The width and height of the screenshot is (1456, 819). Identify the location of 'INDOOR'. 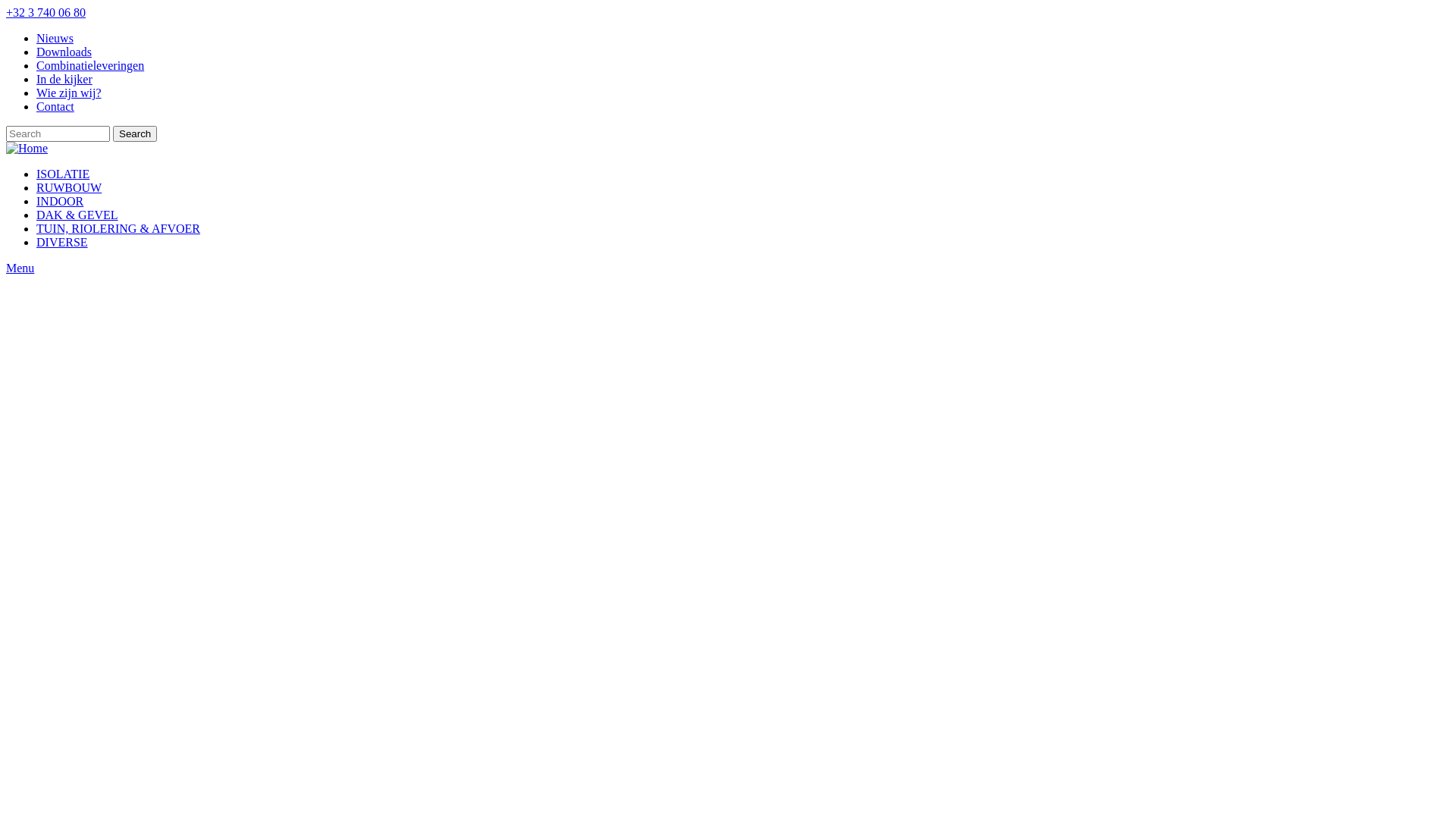
(59, 200).